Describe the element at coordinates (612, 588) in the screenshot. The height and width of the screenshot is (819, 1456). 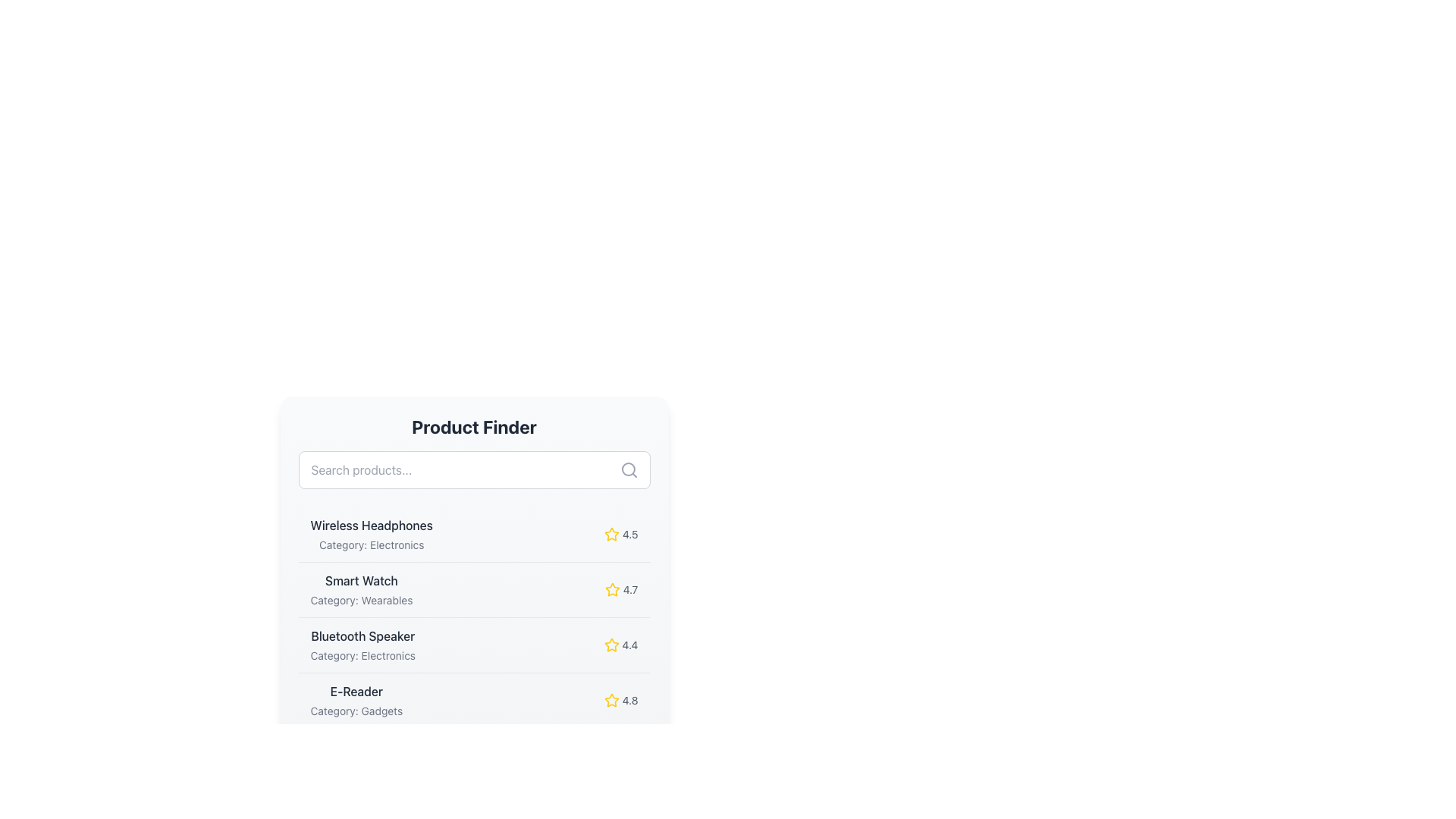
I see `the rating icon for the 'Smart Watch' product, which visually represents a rating of '4.7' and is positioned to the right of the product name in the second row of the list` at that location.